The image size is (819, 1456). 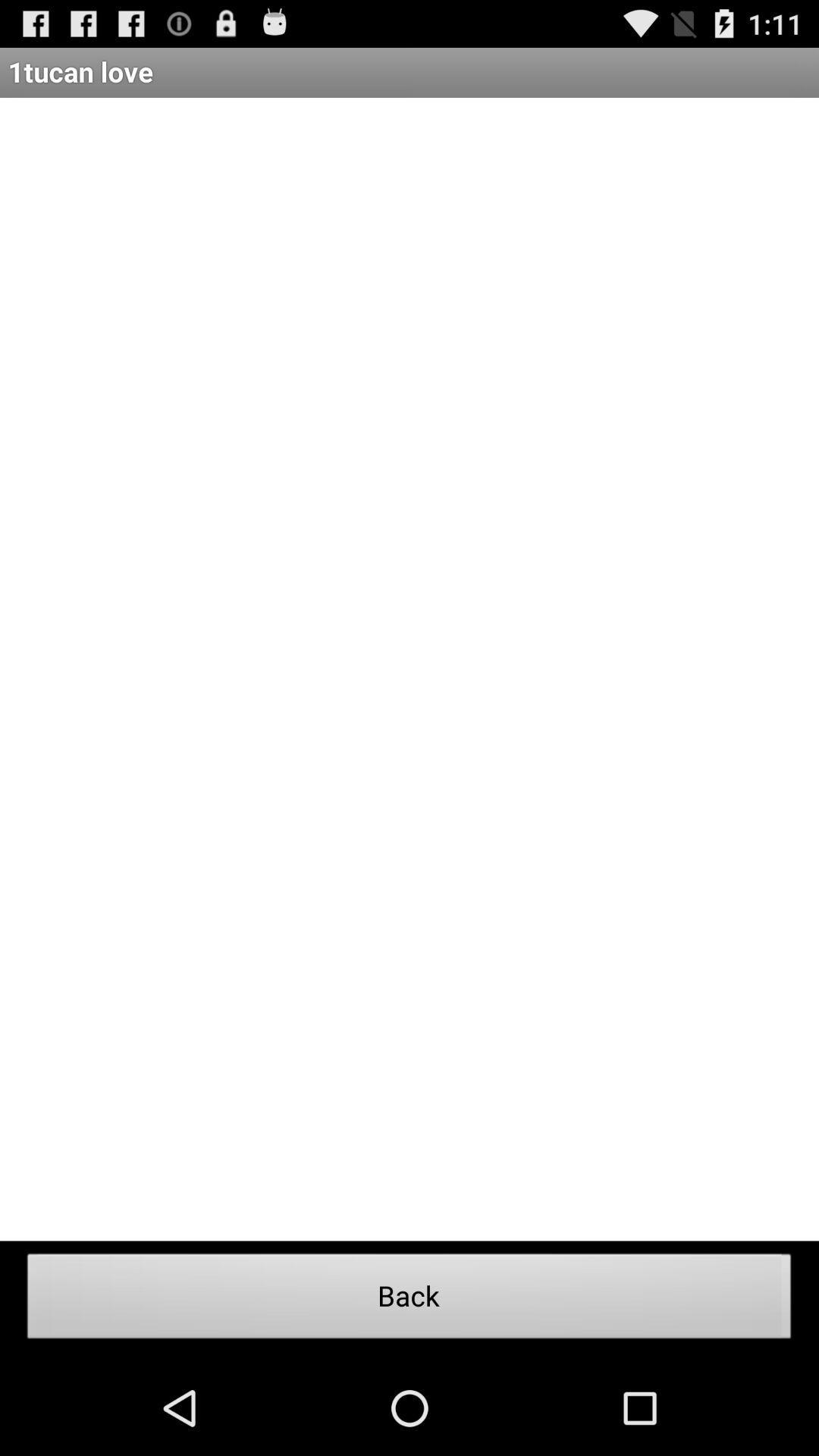 I want to click on the back icon, so click(x=409, y=1300).